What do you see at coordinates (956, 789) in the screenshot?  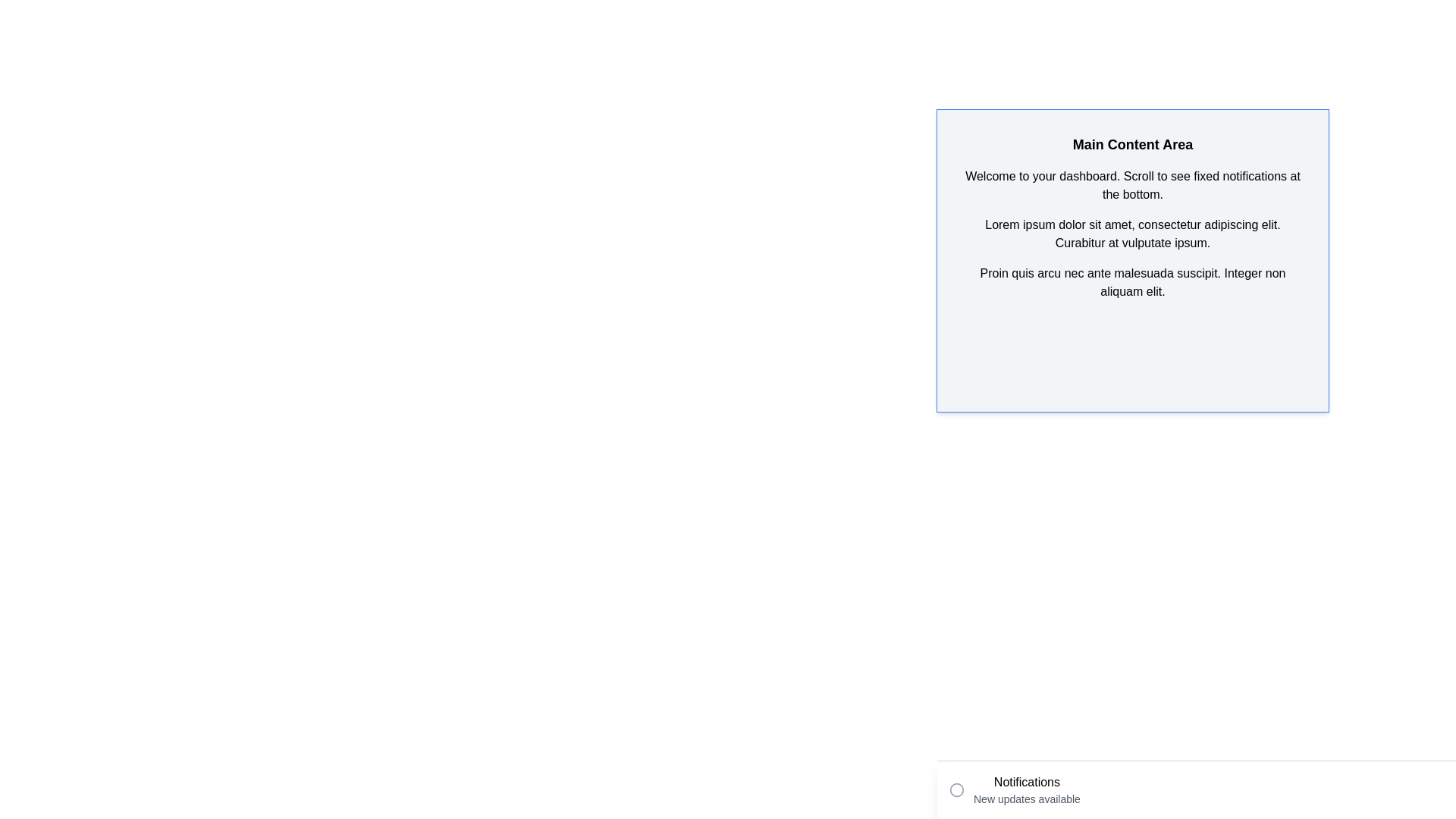 I see `the circular icon with a gray border located in the notification bar at the bottom-right corner of the interface, near the 'Notifications' label` at bounding box center [956, 789].